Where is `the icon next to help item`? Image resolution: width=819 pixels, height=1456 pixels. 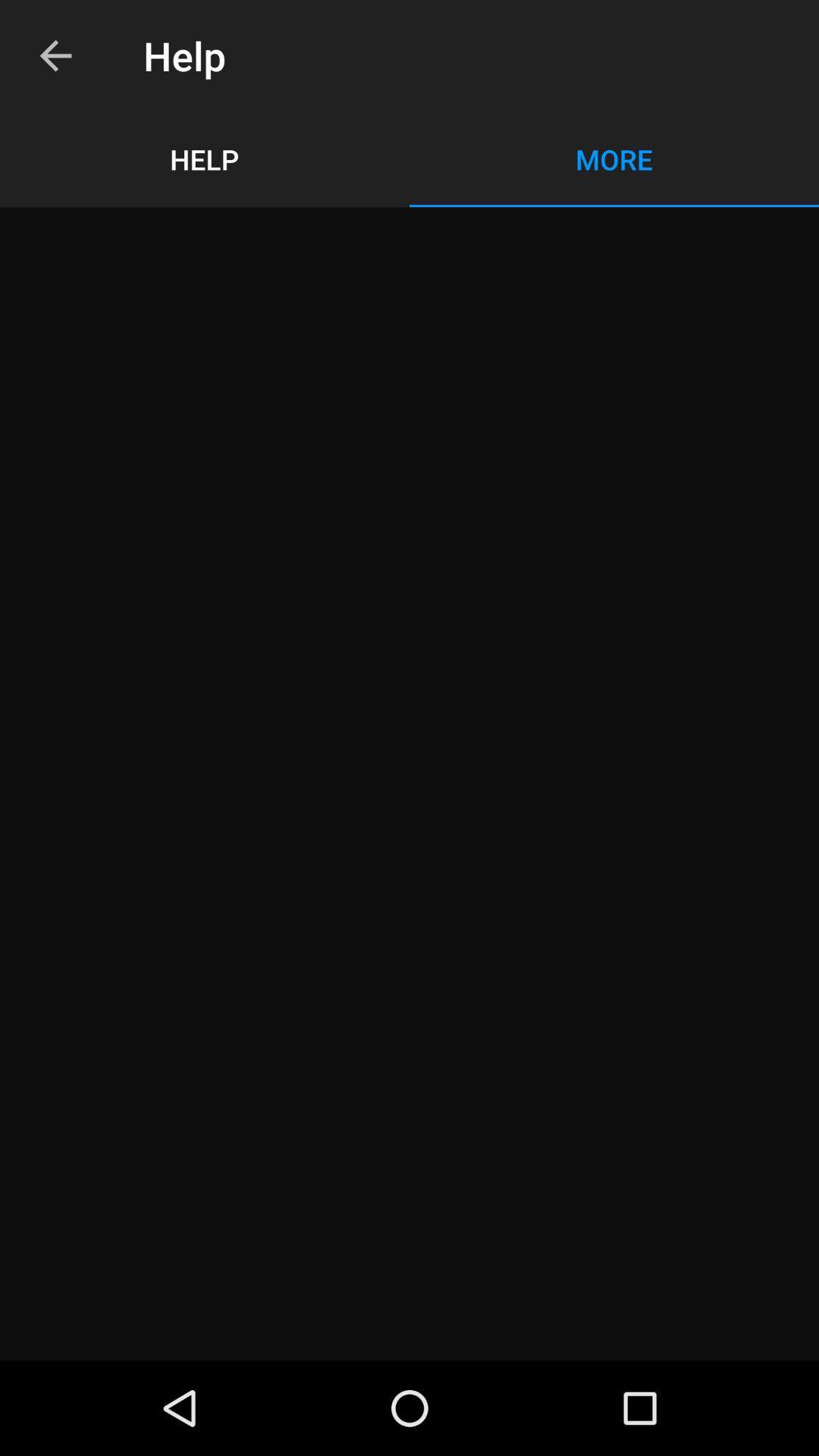
the icon next to help item is located at coordinates (55, 55).